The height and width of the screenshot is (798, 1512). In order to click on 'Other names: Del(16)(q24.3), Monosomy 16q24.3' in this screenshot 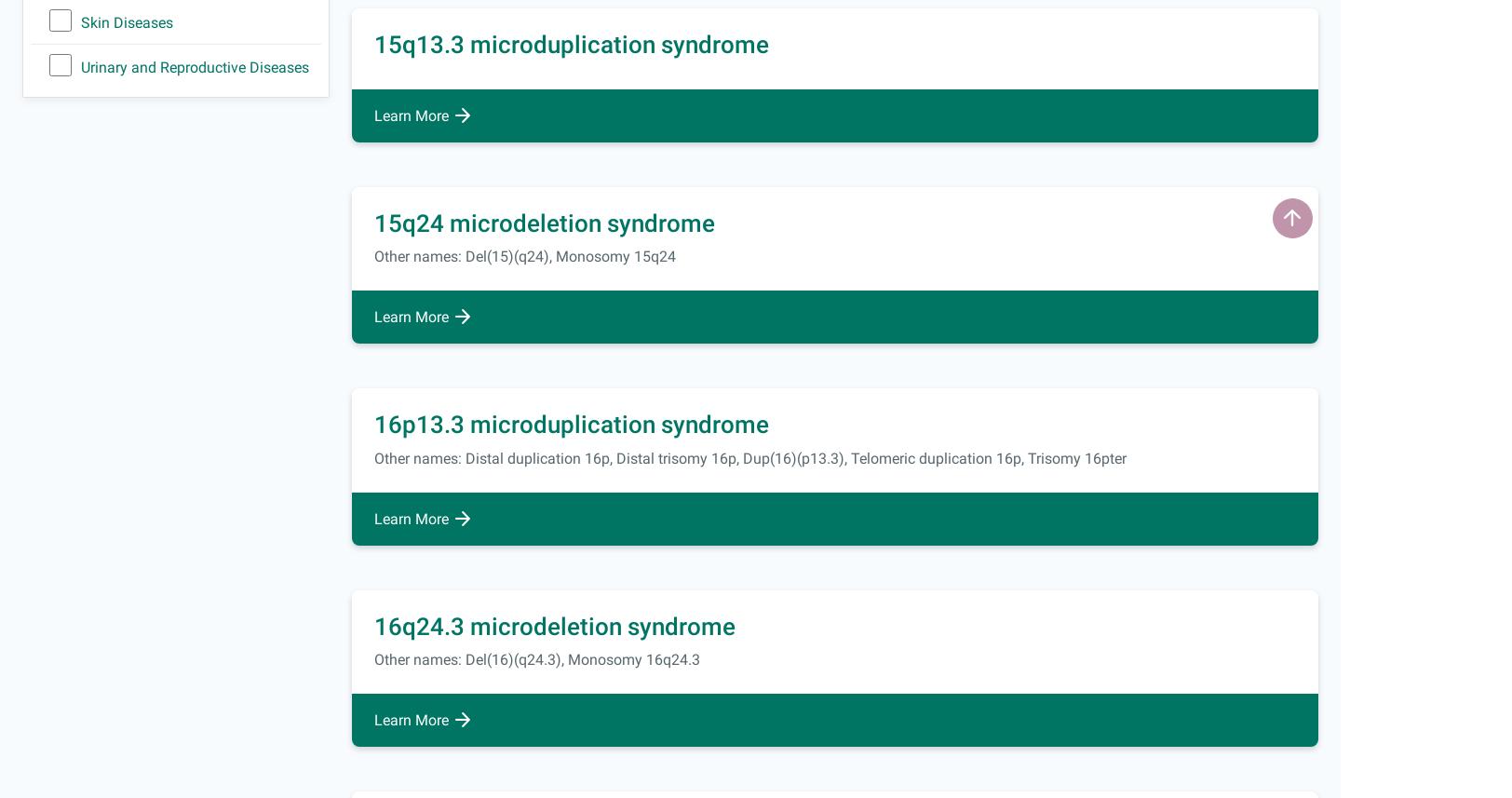, I will do `click(537, 658)`.